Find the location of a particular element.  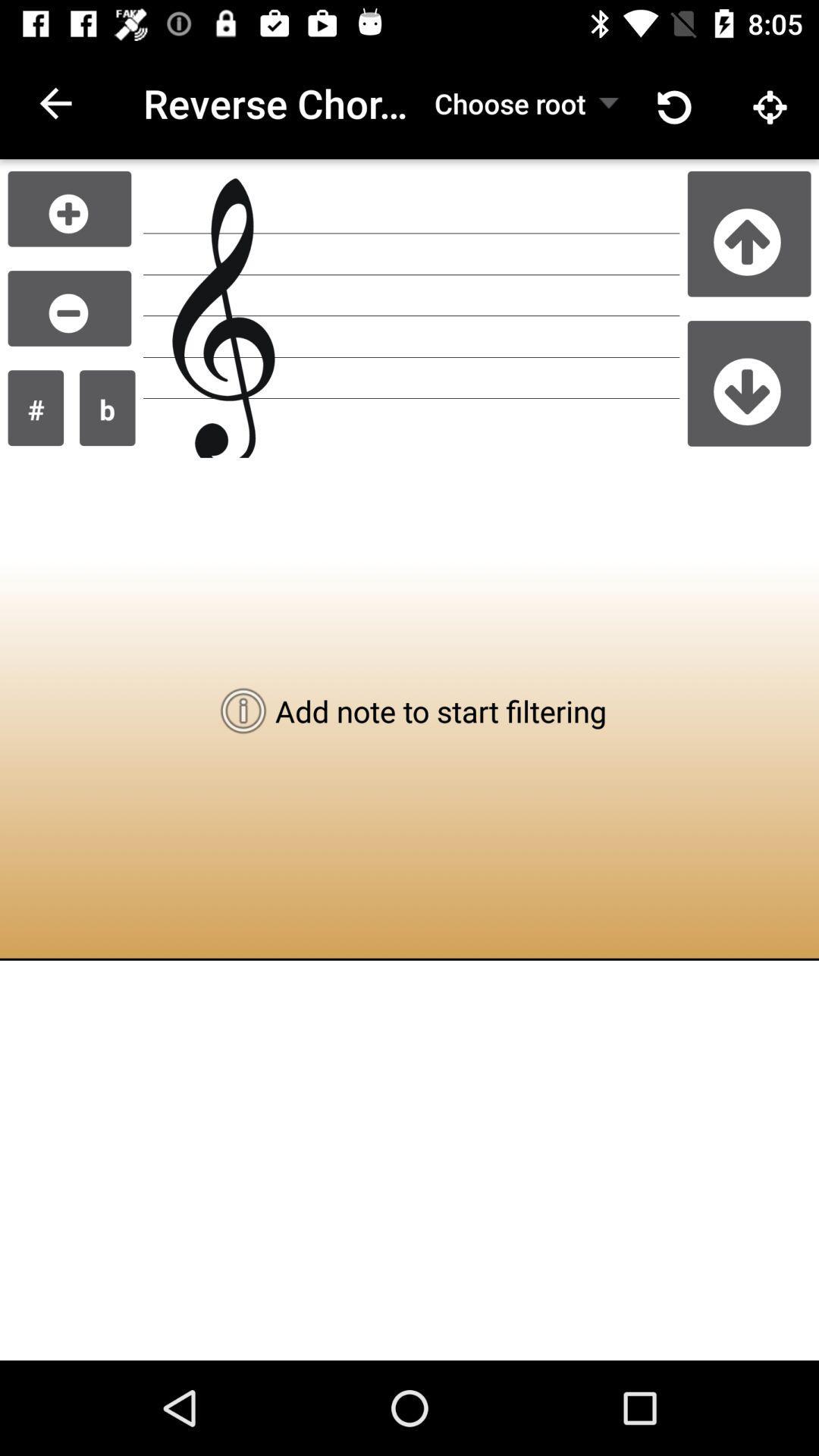

the icon to the right of the reverse chord lookup item is located at coordinates (510, 102).